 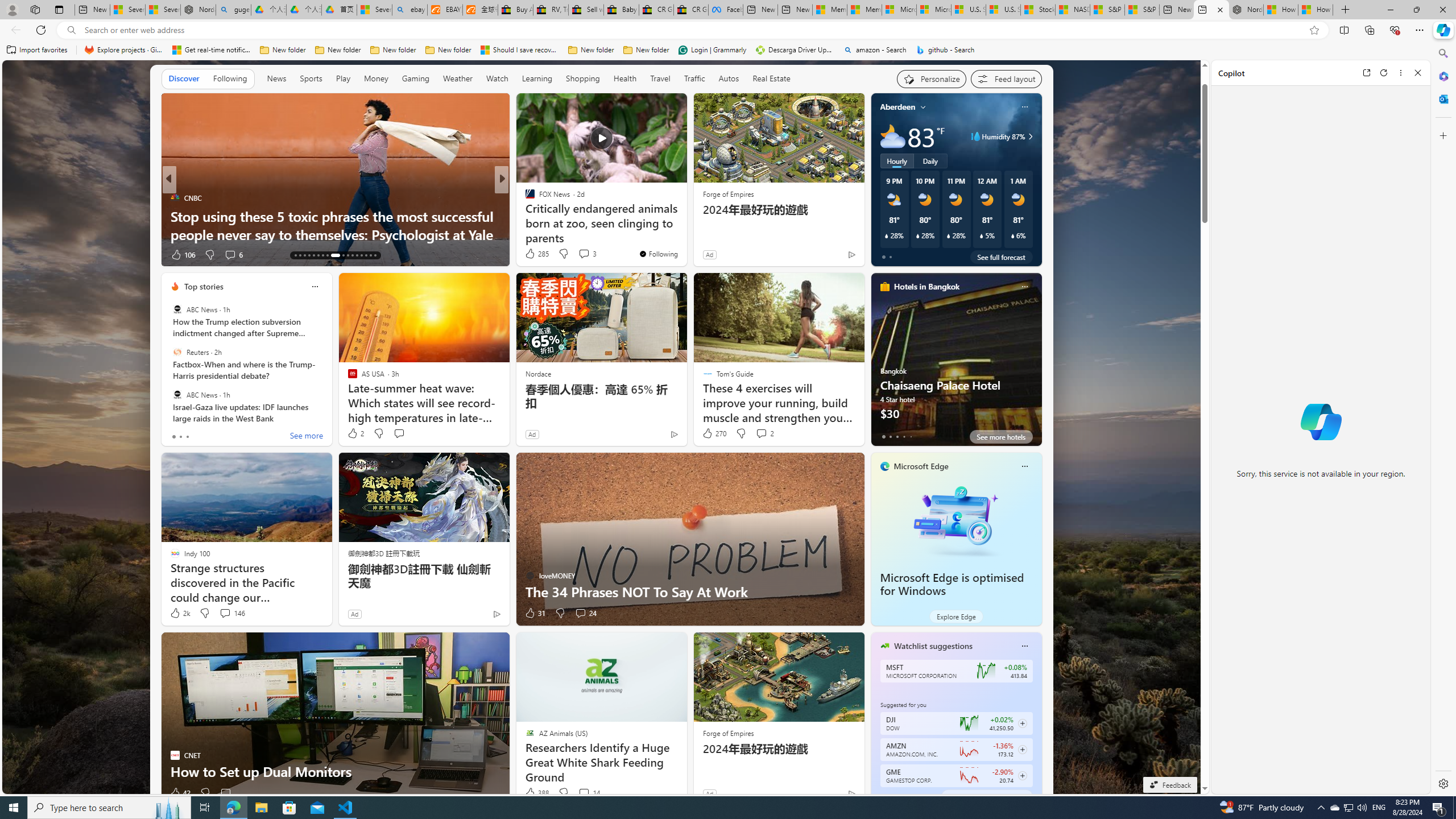 I want to click on 'Personalize your feed"', so click(x=932, y=78).